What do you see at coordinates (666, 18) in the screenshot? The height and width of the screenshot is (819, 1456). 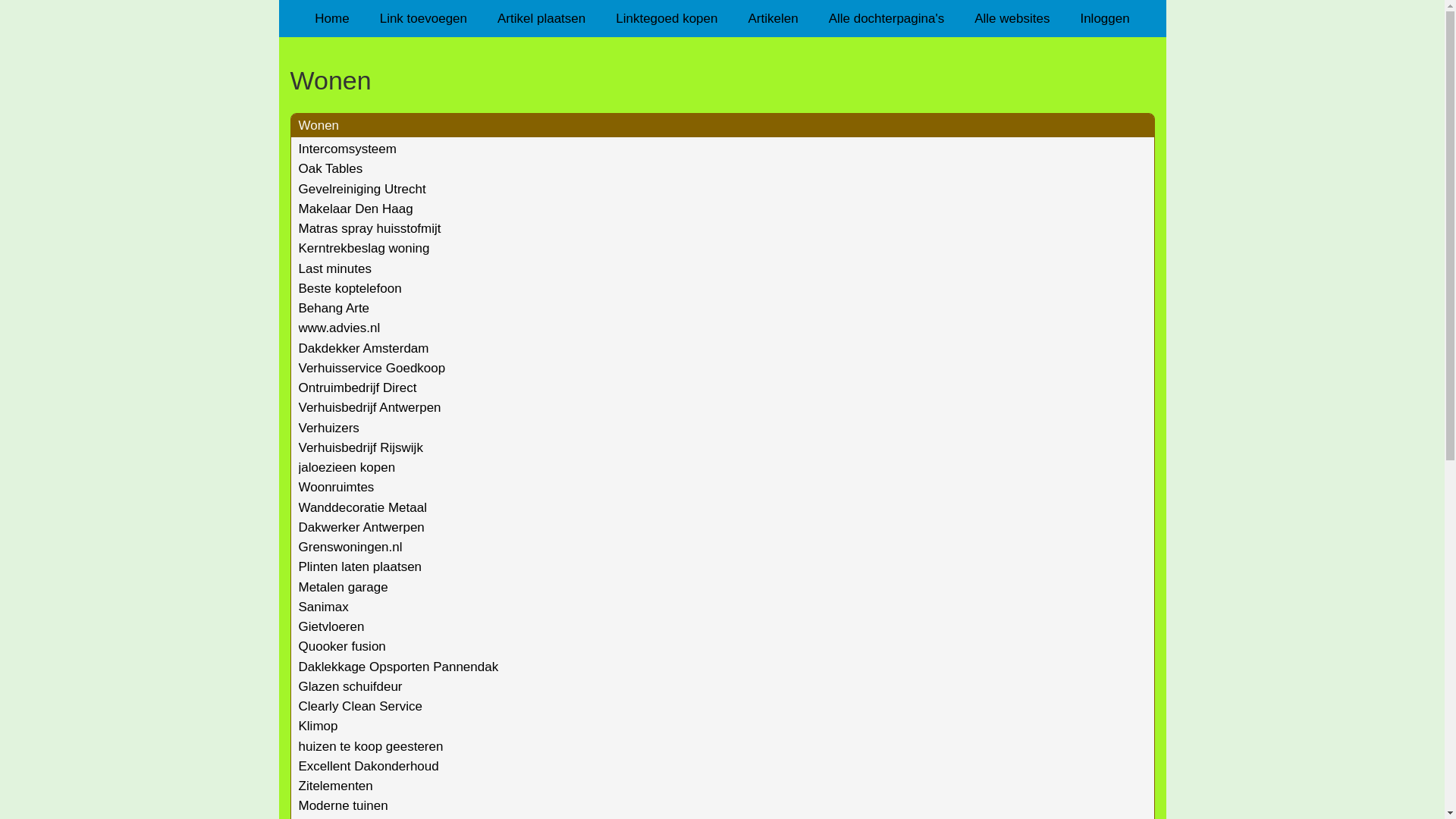 I see `'Linktegoed kopen'` at bounding box center [666, 18].